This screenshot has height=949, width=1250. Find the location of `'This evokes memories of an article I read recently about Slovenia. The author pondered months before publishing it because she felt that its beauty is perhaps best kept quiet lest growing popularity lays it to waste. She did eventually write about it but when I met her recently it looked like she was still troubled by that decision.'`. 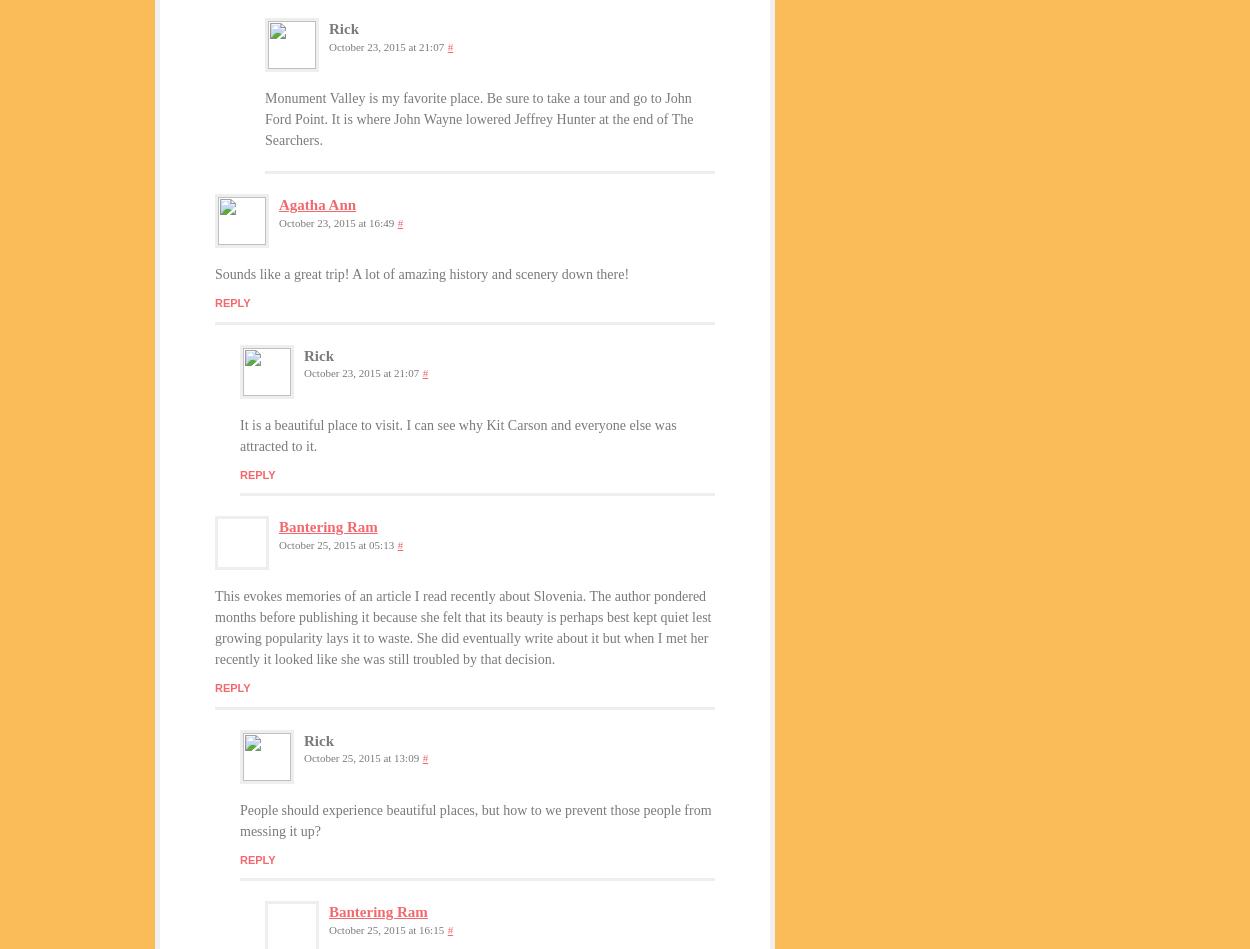

'This evokes memories of an article I read recently about Slovenia. The author pondered months before publishing it because she felt that its beauty is perhaps best kept quiet lest growing popularity lays it to waste. She did eventually write about it but when I met her recently it looked like she was still troubled by that decision.' is located at coordinates (462, 626).